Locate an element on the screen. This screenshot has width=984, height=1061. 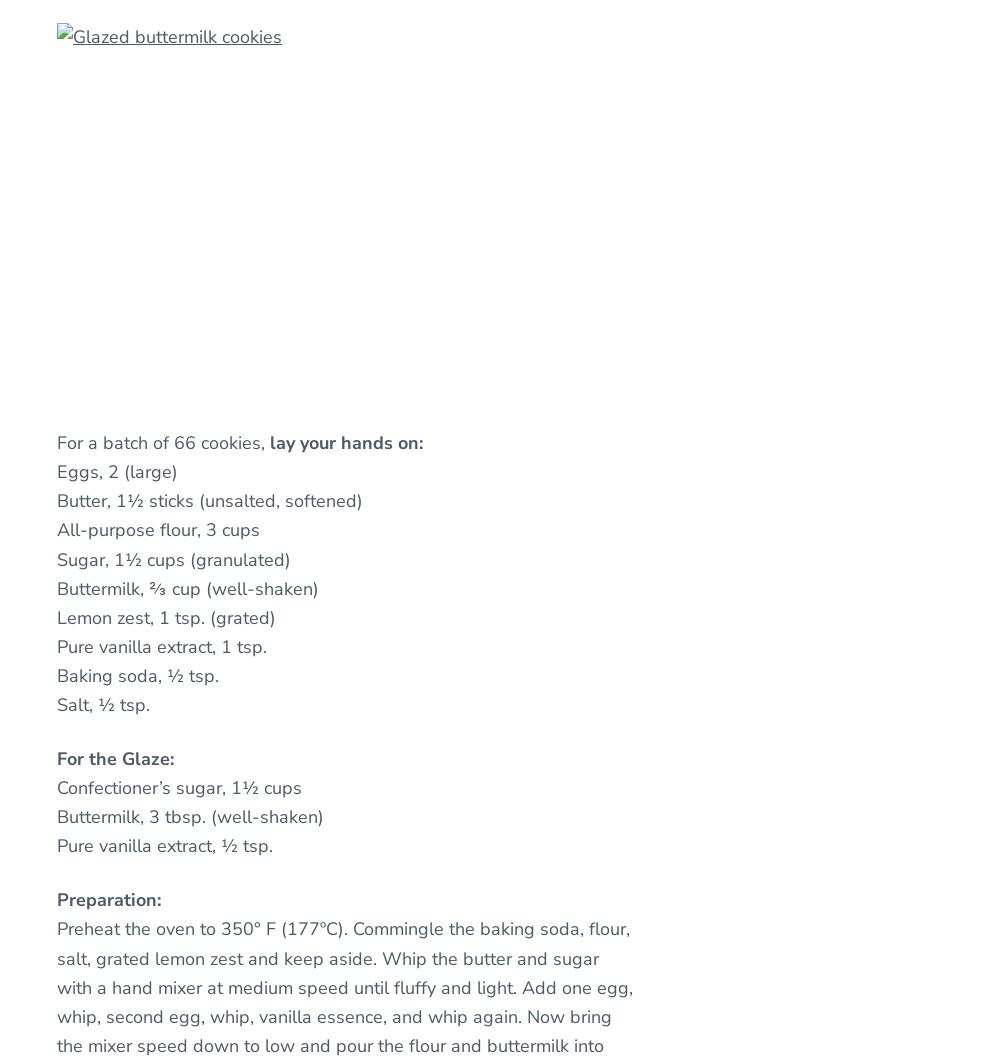
'lay your hands on:' is located at coordinates (269, 442).